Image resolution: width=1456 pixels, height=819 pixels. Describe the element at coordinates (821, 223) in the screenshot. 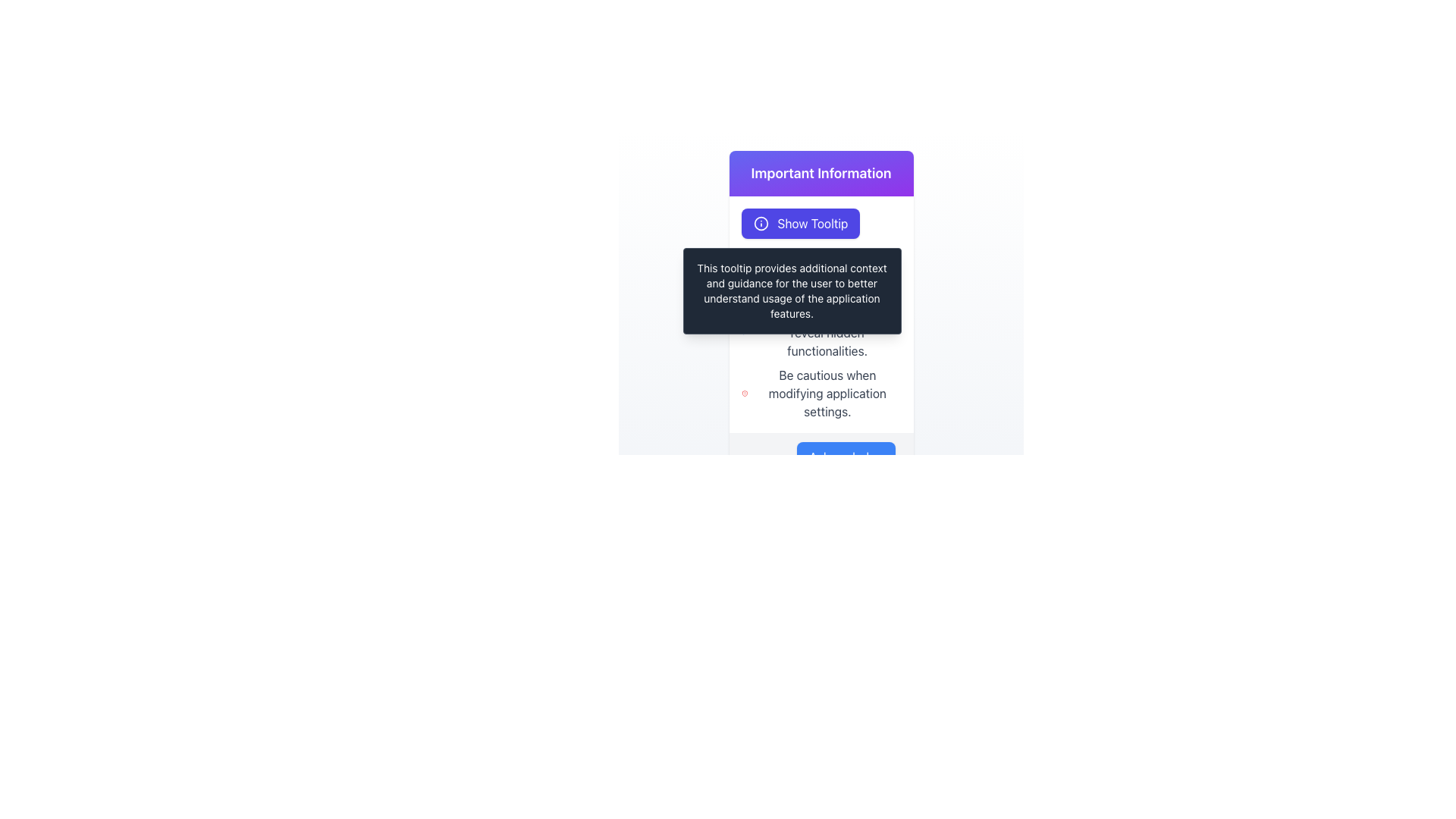

I see `the button with a purple background and white rounded rectangle border, labeled 'Show Tooltip', for accessibility navigation` at that location.